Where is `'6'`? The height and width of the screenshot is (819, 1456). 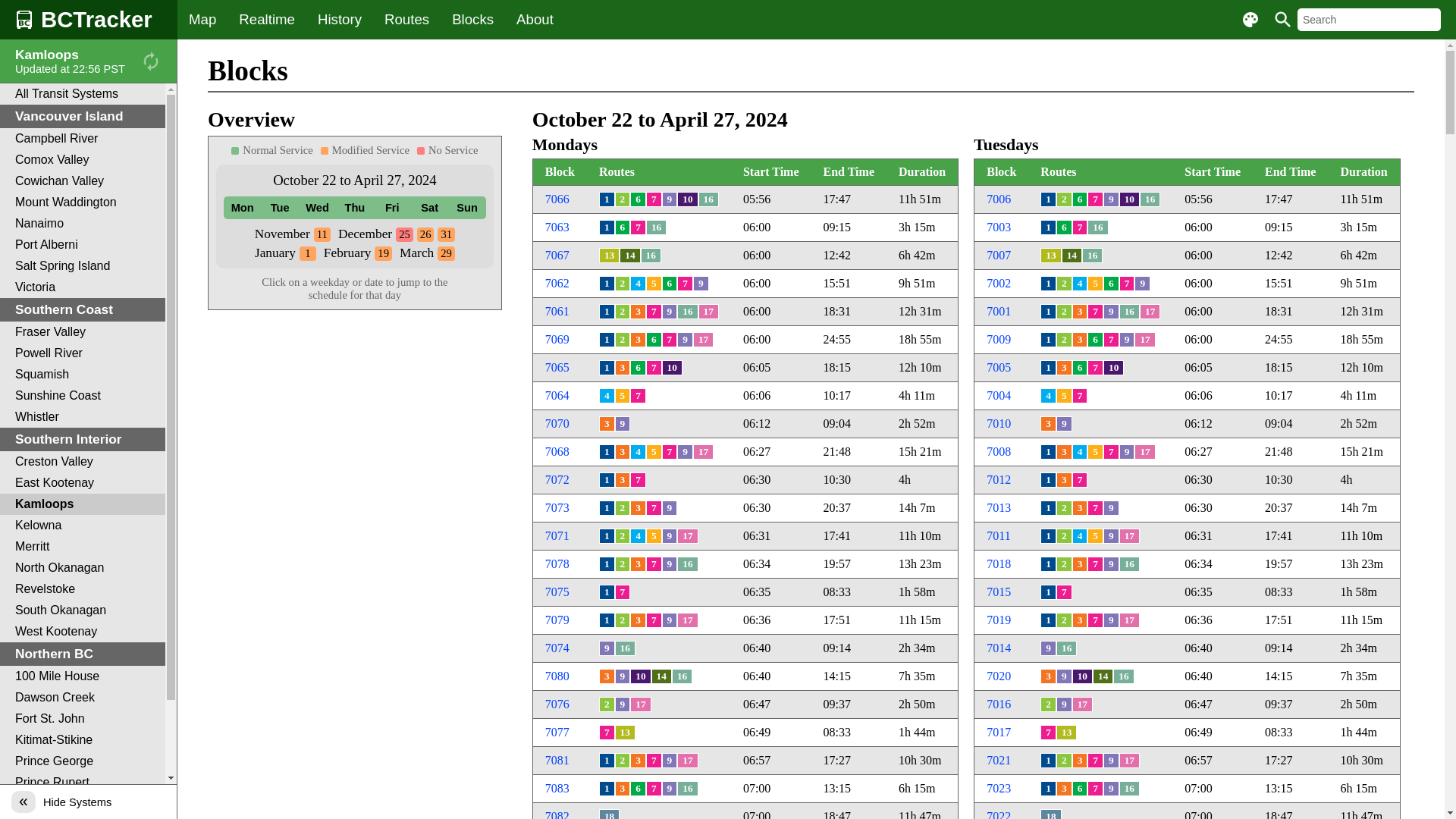
'6' is located at coordinates (1103, 284).